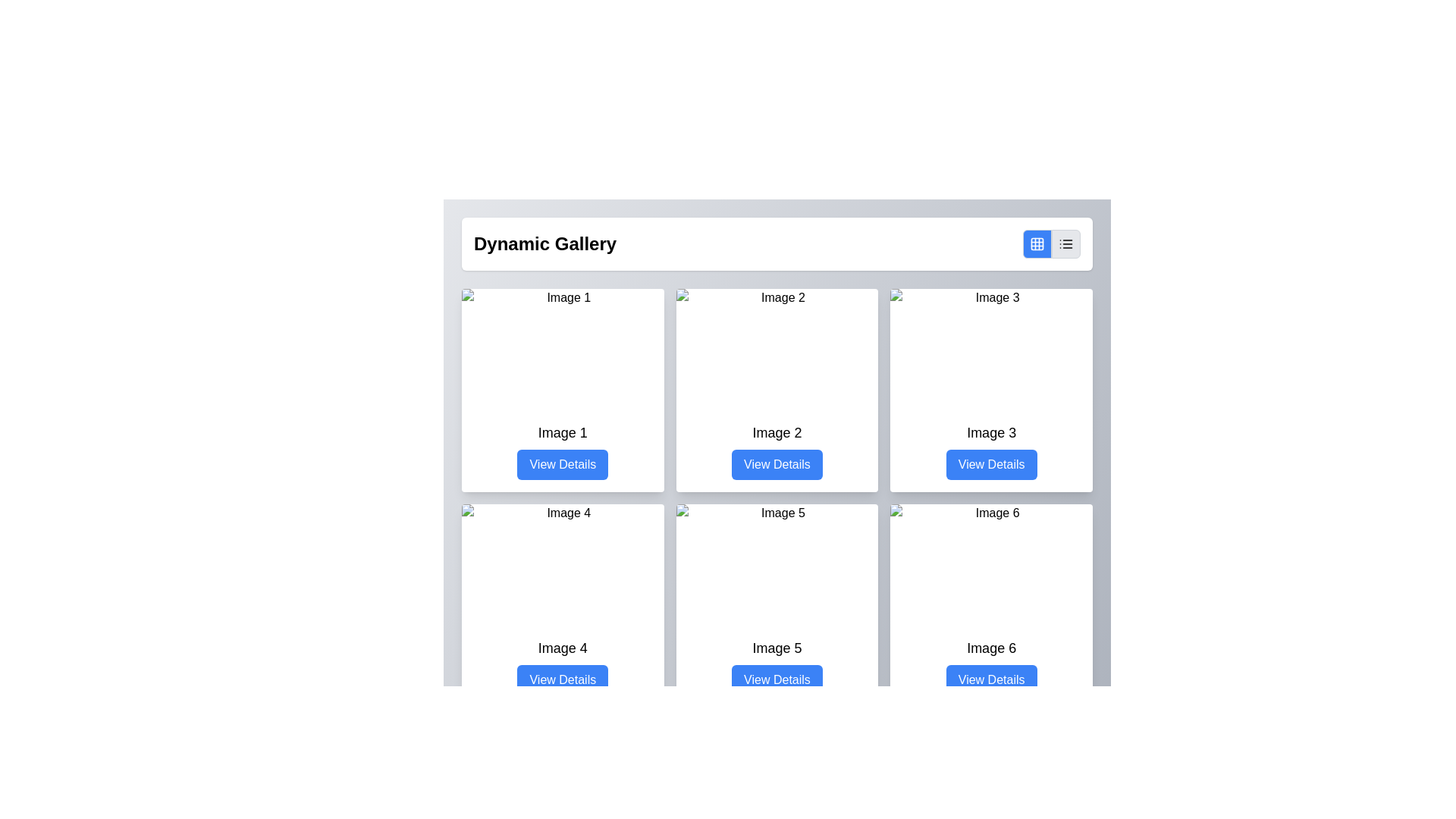  What do you see at coordinates (991, 464) in the screenshot?
I see `the 'View Details' button located below the text 'Image 3' in the first row of the grid layout to observe the hover effect` at bounding box center [991, 464].